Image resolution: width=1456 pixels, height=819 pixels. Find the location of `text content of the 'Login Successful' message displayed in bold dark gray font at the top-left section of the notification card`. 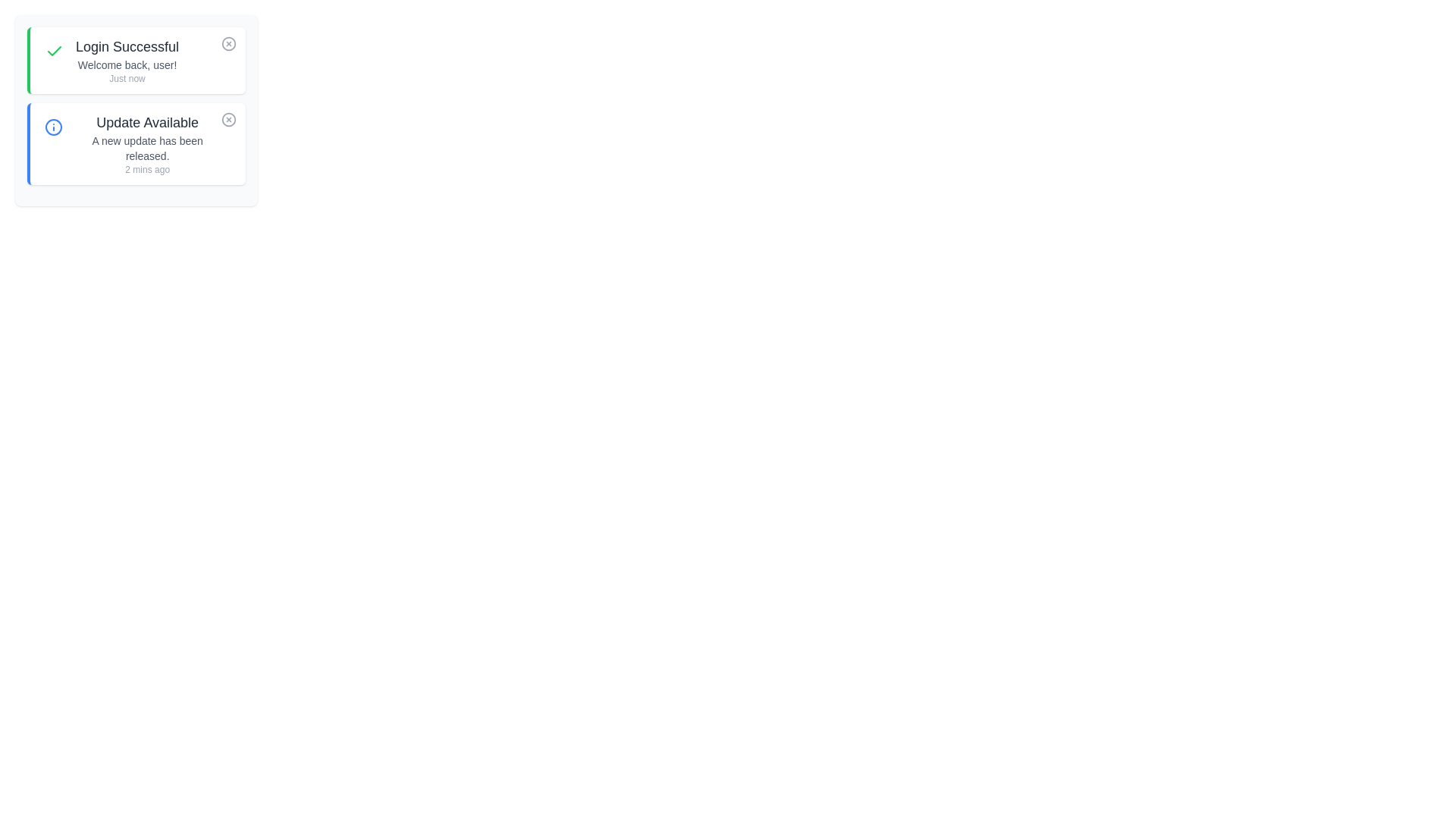

text content of the 'Login Successful' message displayed in bold dark gray font at the top-left section of the notification card is located at coordinates (127, 45).